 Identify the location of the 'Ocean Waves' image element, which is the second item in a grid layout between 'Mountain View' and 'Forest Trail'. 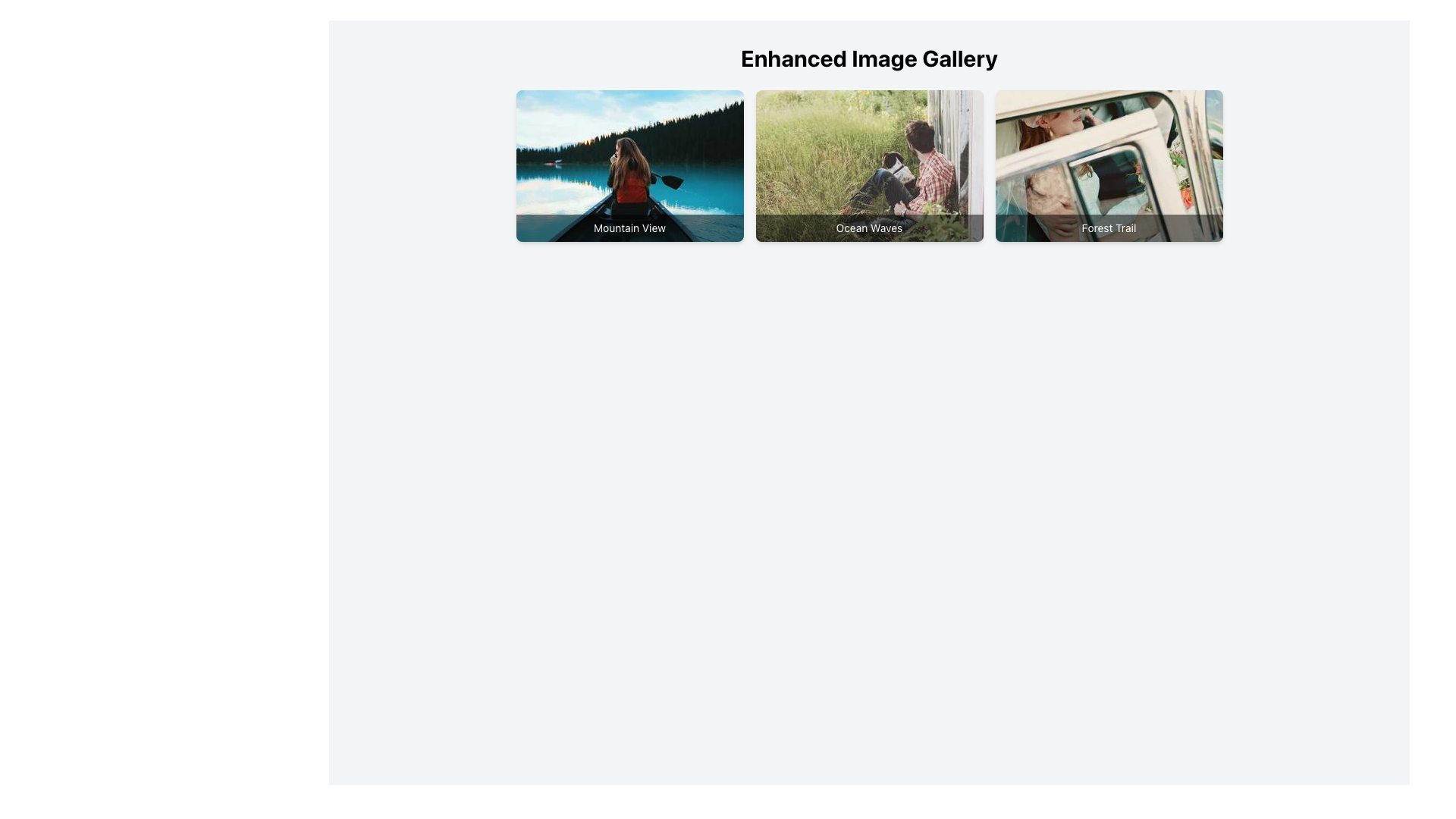
(869, 166).